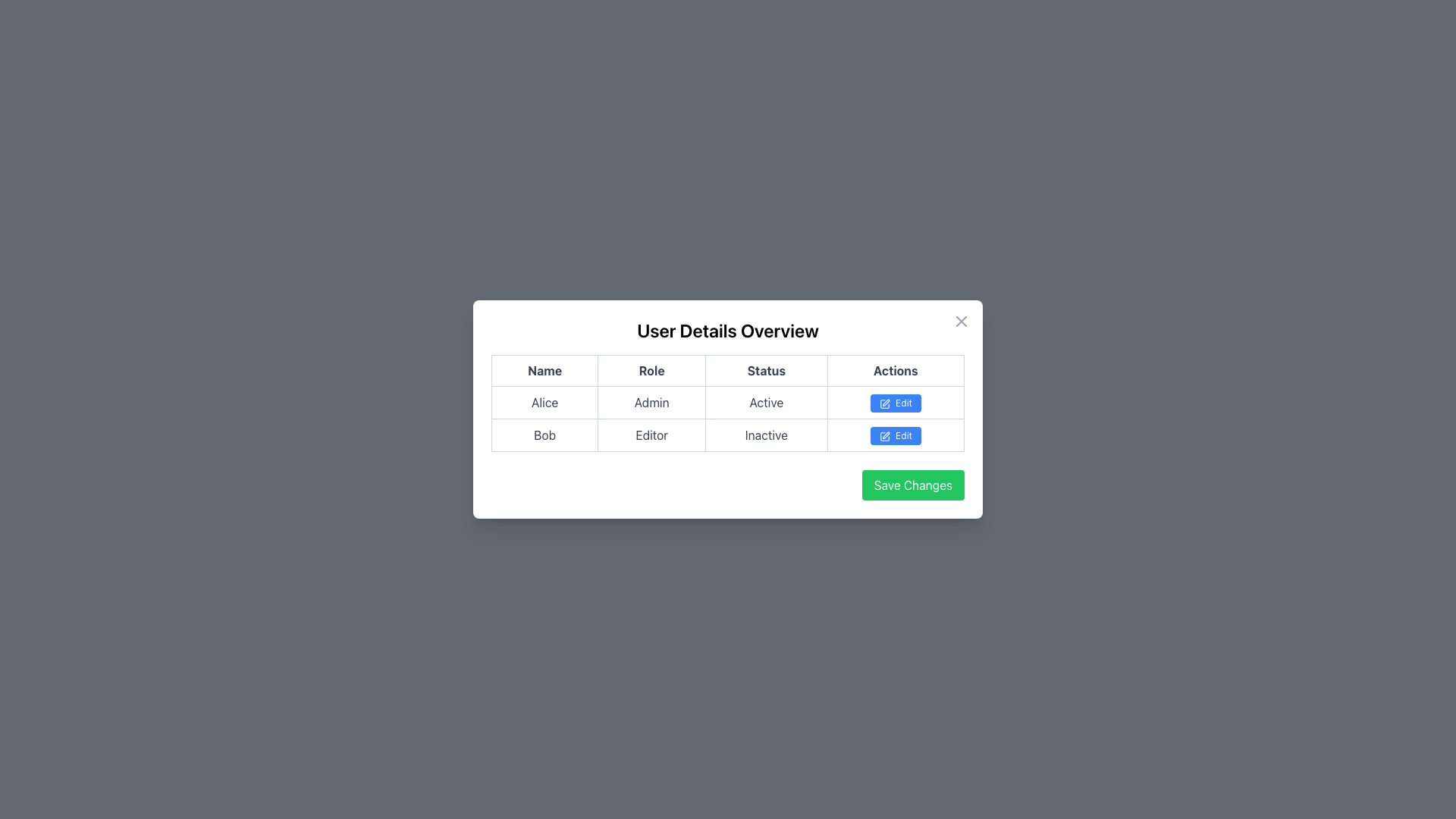 The width and height of the screenshot is (1456, 819). What do you see at coordinates (651, 402) in the screenshot?
I see `the Text Label indicating the user's role as 'Admin', located in the second cell of the 'Role' column adjacent to 'Alice' and 'Active'` at bounding box center [651, 402].